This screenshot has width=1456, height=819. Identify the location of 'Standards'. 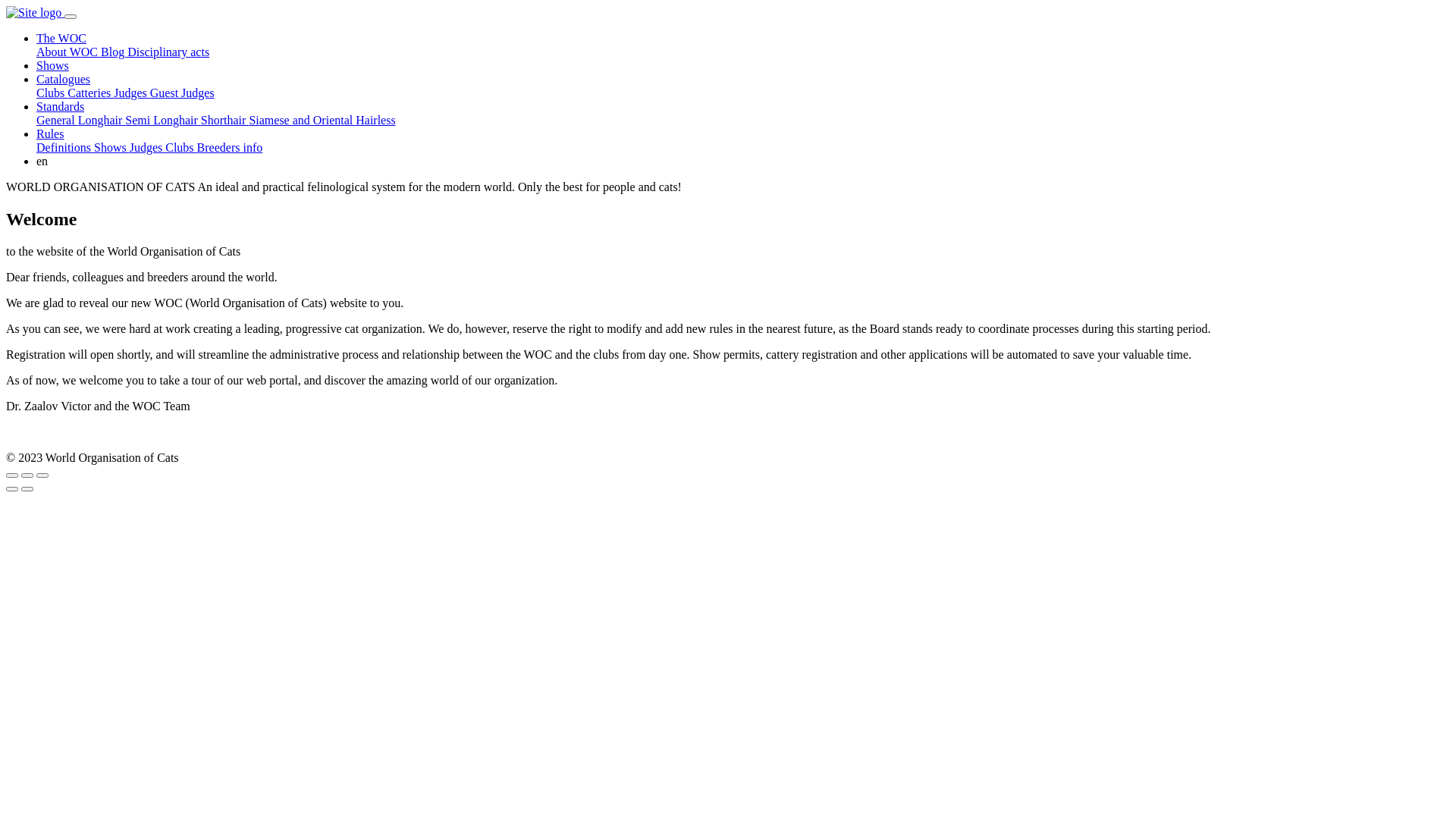
(60, 105).